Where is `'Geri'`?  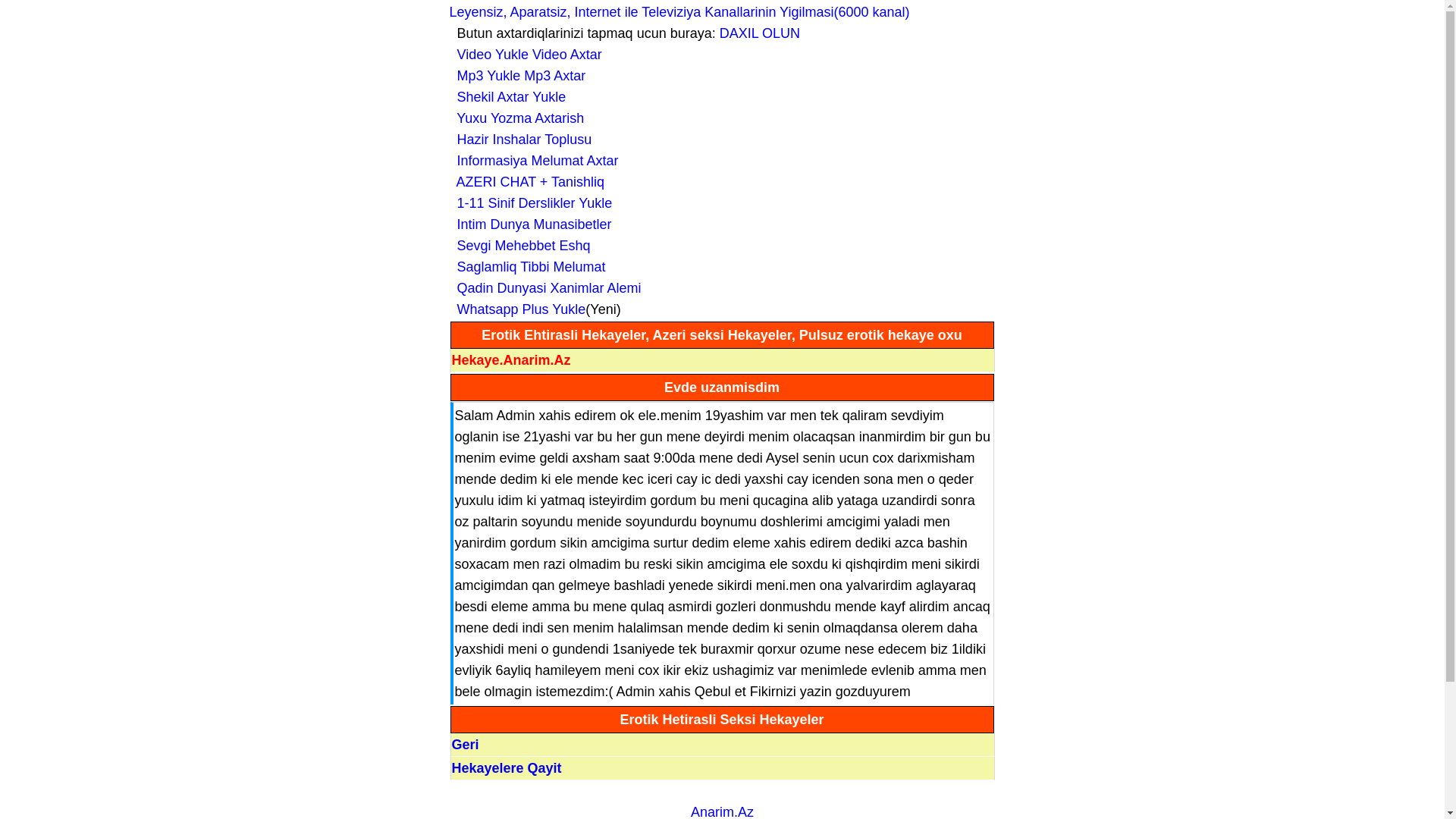 'Geri' is located at coordinates (465, 744).